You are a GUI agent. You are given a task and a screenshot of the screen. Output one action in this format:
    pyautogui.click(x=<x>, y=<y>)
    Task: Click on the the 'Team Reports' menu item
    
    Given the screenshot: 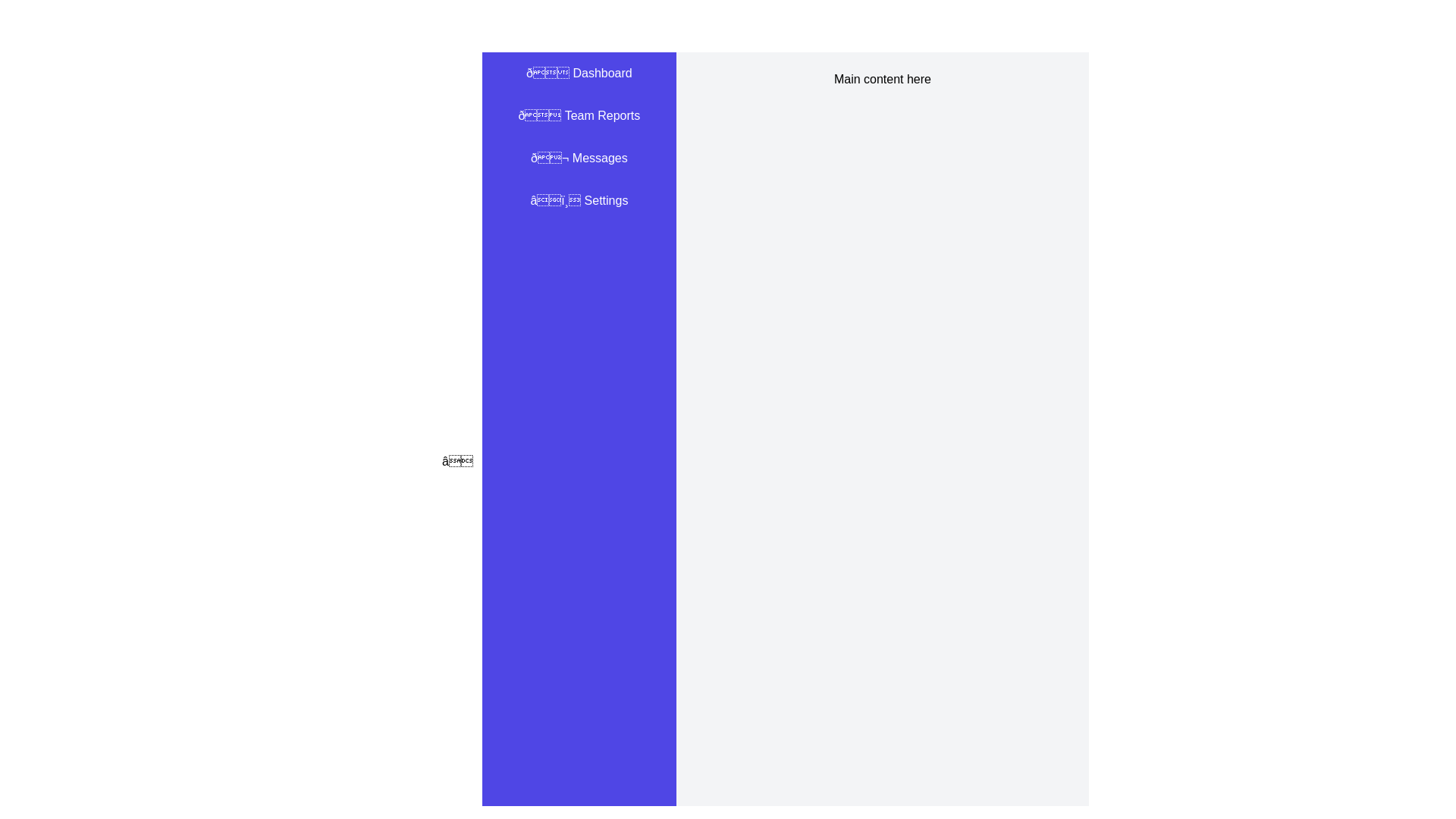 What is the action you would take?
    pyautogui.click(x=578, y=115)
    